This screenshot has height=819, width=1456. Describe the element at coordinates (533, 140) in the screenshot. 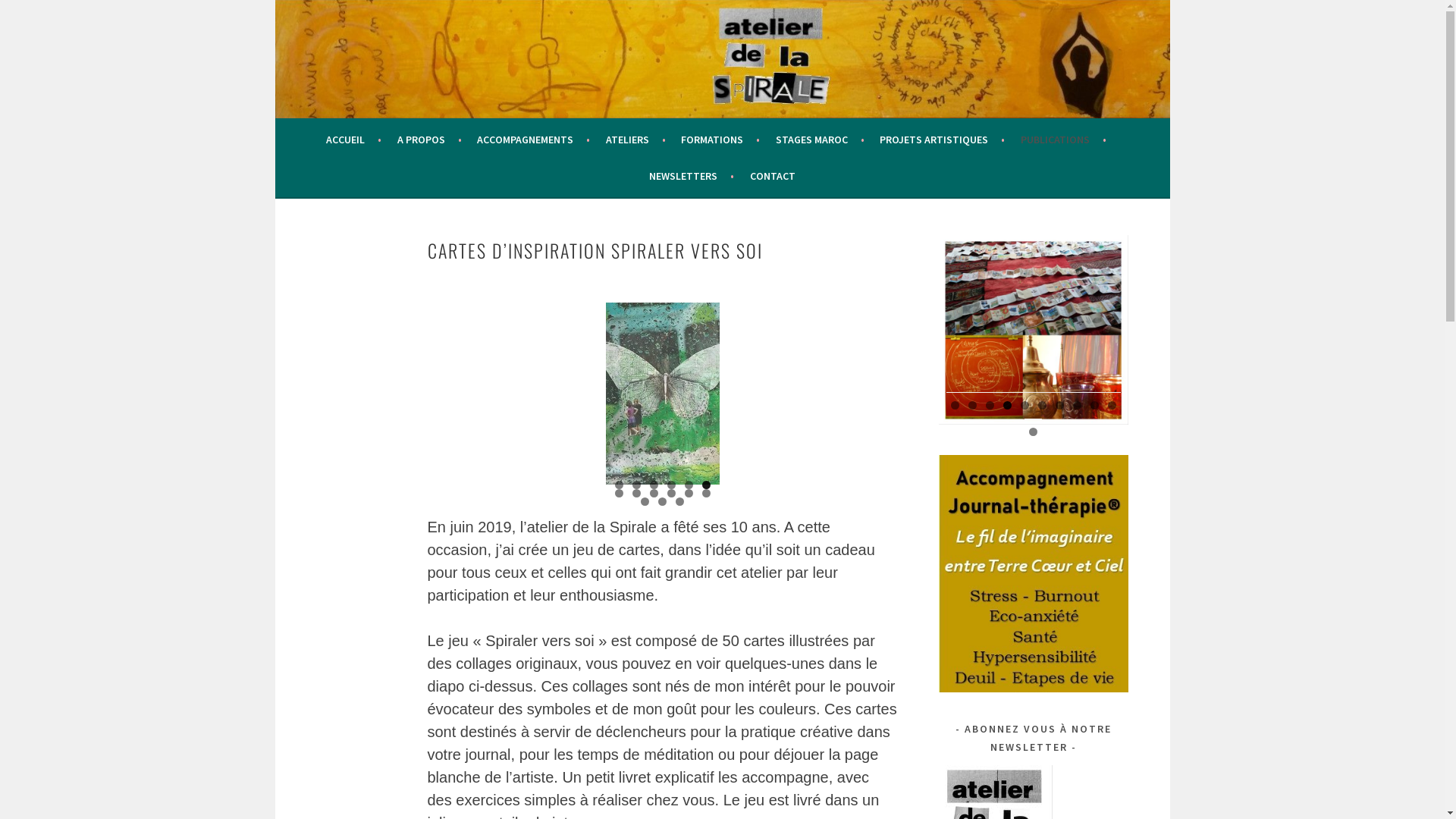

I see `'ACCOMPAGNEMENTS'` at that location.